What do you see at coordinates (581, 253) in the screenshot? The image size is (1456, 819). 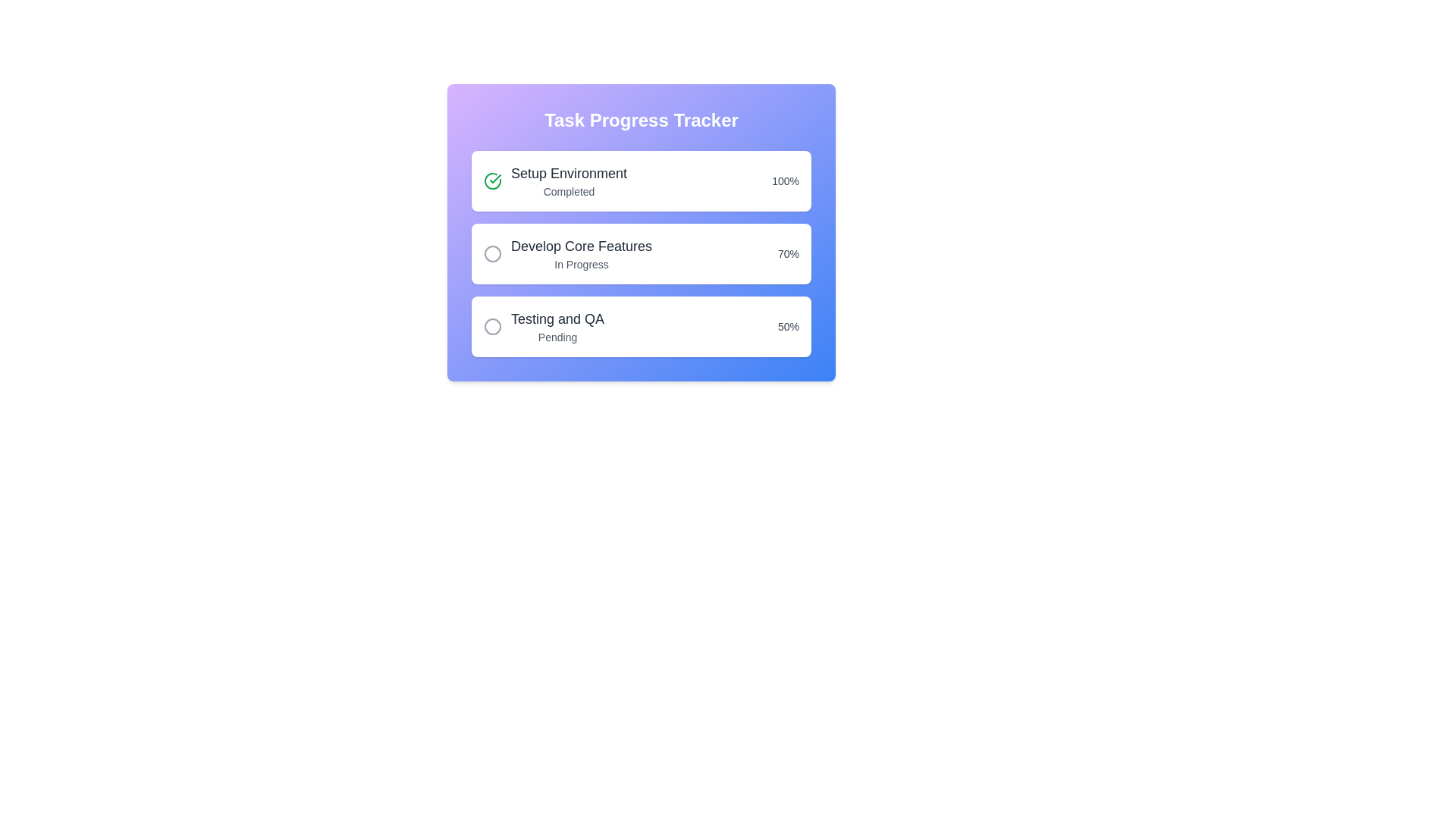 I see `the Text Display element that shows 'Develop Core Features' and 'In Progress' within the progress tracker widget` at bounding box center [581, 253].